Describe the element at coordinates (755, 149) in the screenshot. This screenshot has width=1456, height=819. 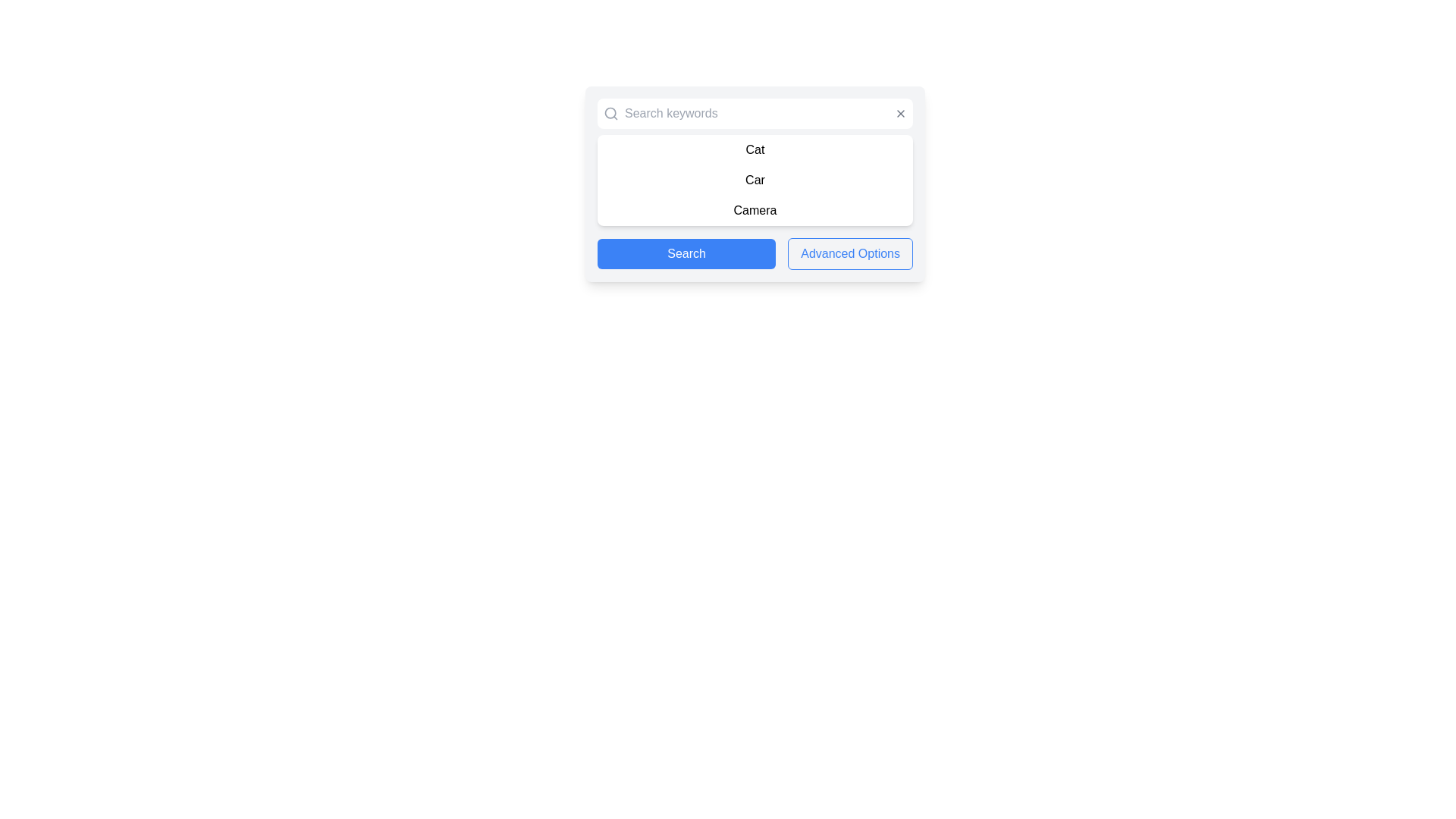
I see `the selectable list item labeled 'Cat'` at that location.